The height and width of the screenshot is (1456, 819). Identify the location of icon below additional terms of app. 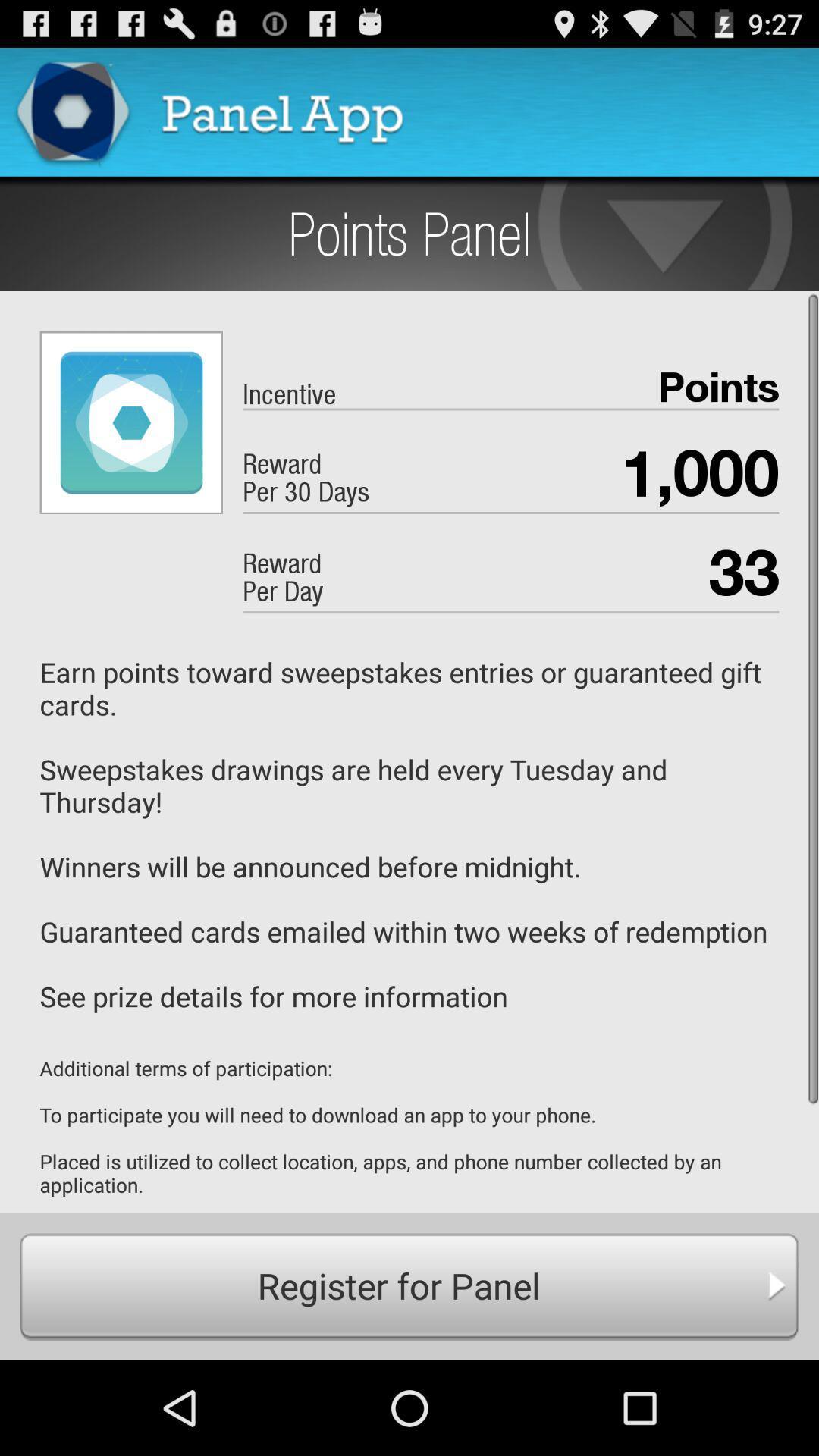
(409, 1285).